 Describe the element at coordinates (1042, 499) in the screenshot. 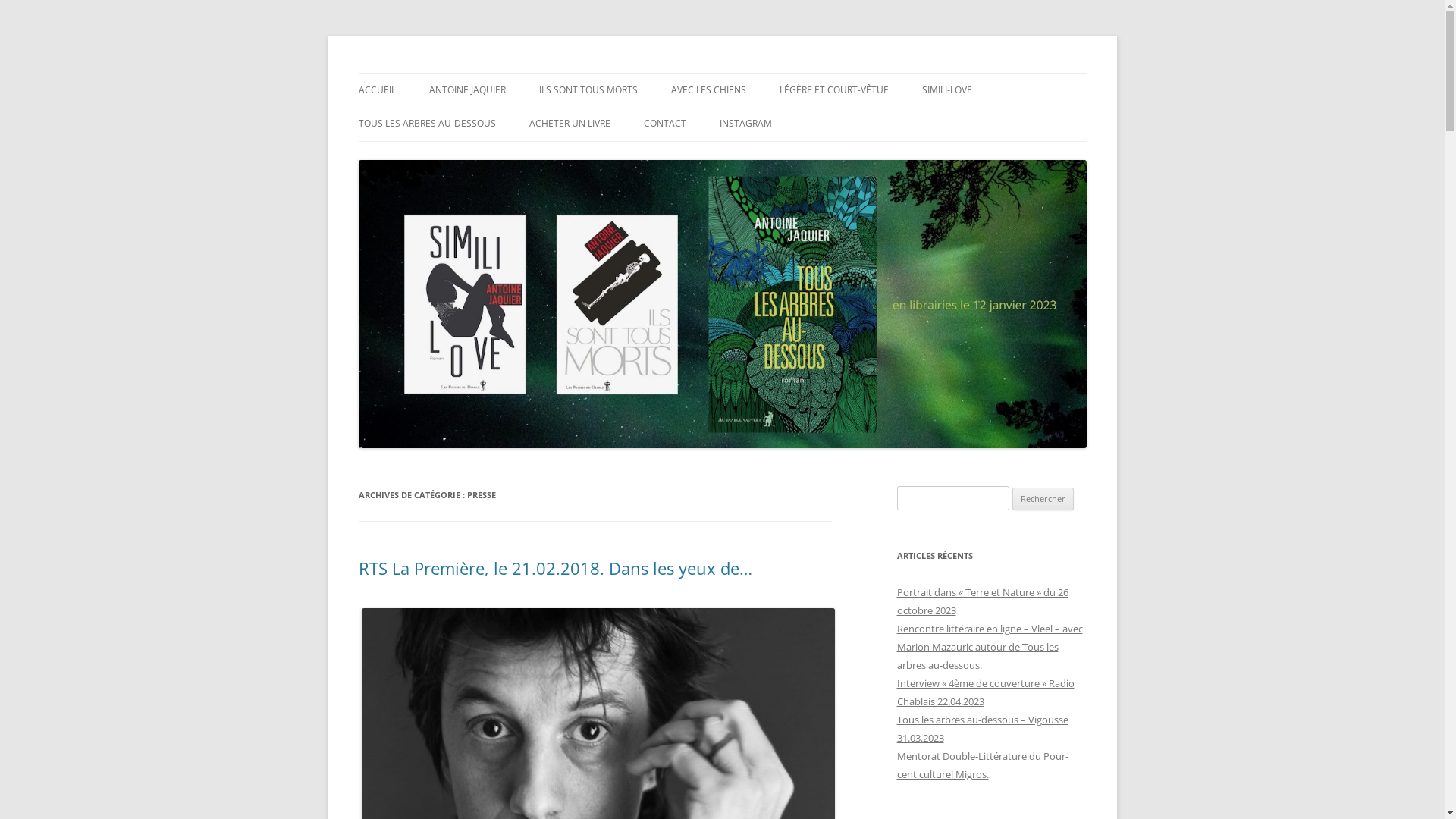

I see `'Rechercher'` at that location.